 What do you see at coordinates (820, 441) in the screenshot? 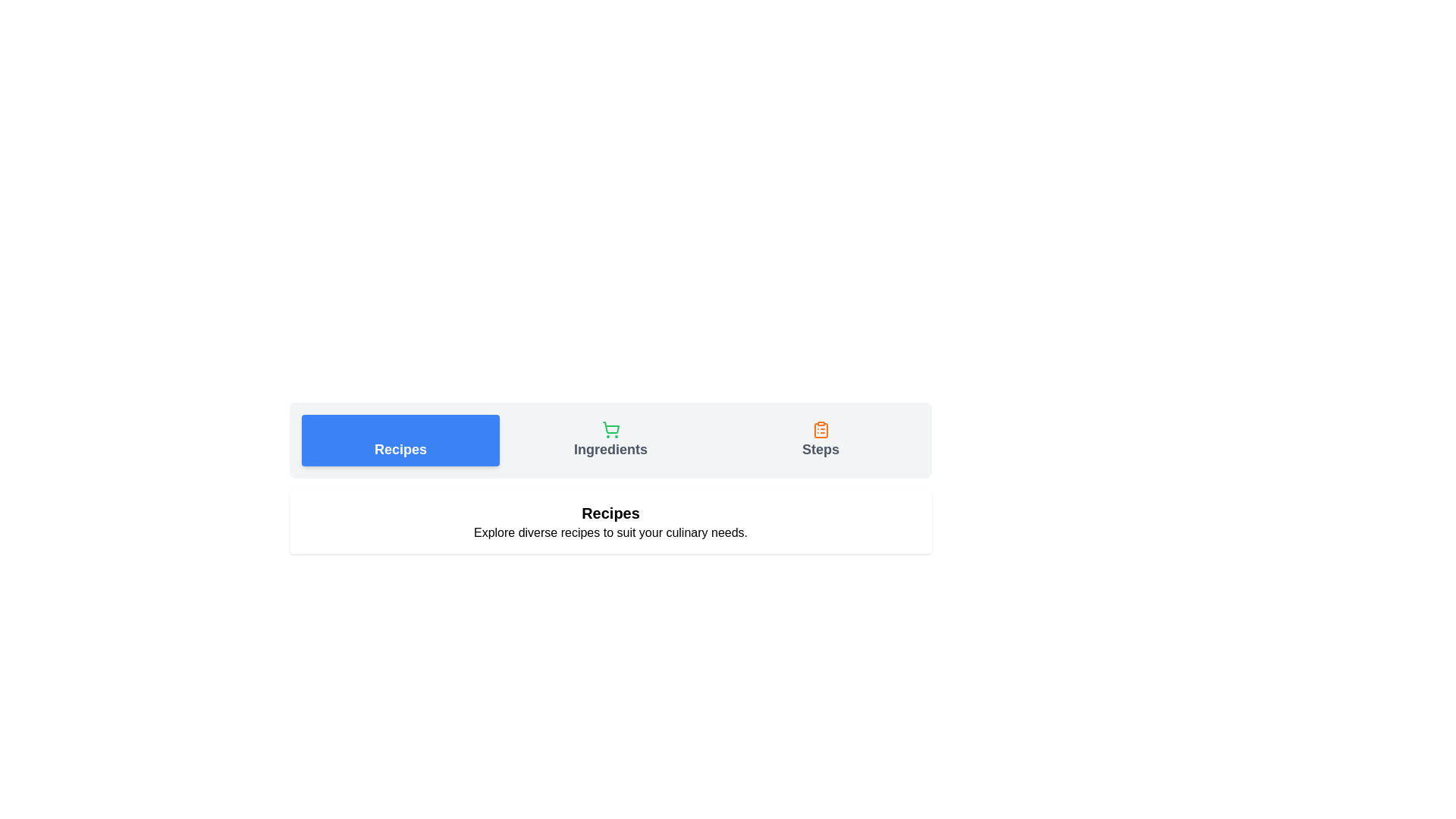
I see `the Steps tab` at bounding box center [820, 441].